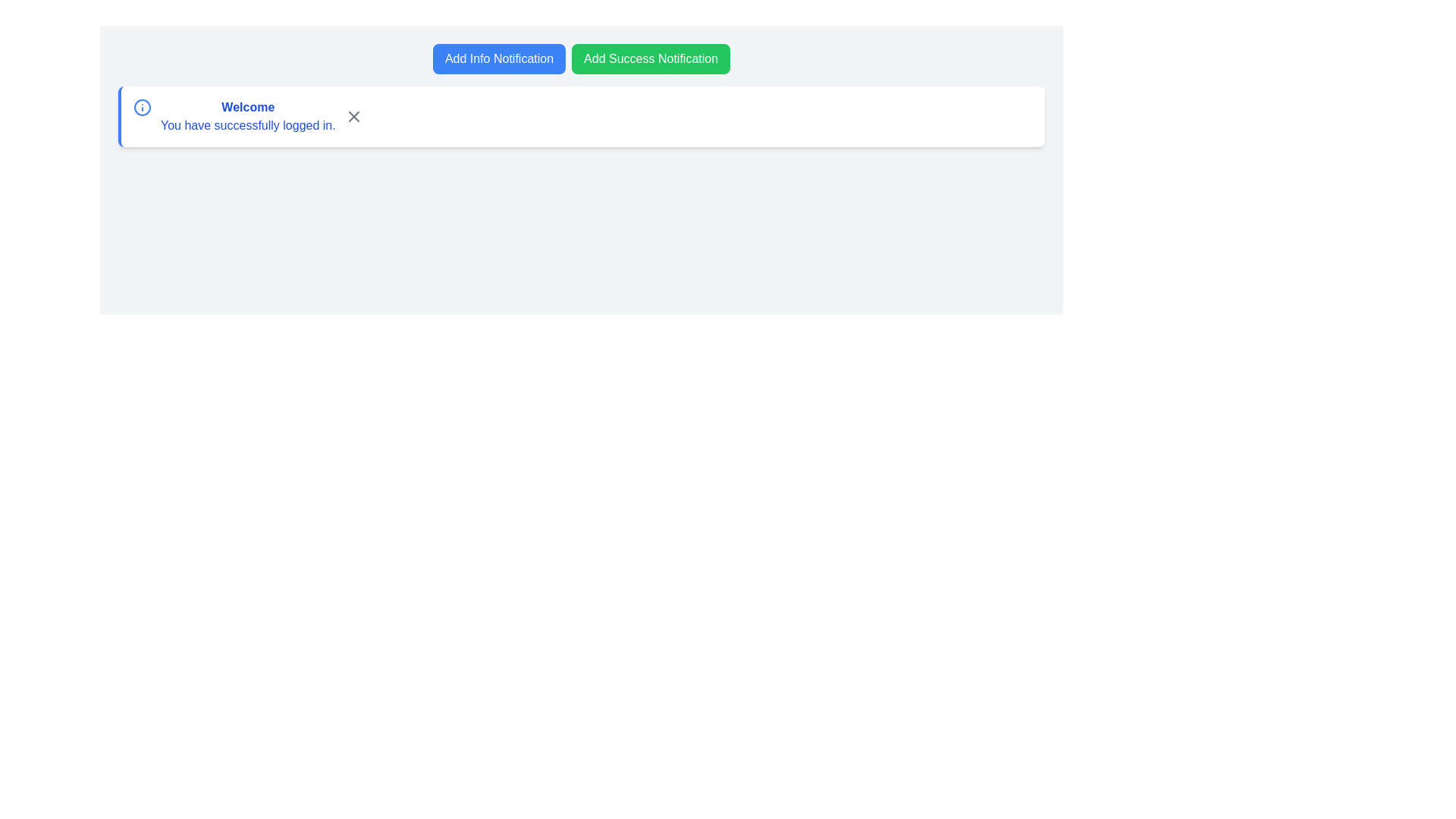 The image size is (1456, 819). I want to click on the 'Welcome' text element, which is styled in bold and positioned at the top of the notification box in the upper-left section of the interface, so click(248, 107).